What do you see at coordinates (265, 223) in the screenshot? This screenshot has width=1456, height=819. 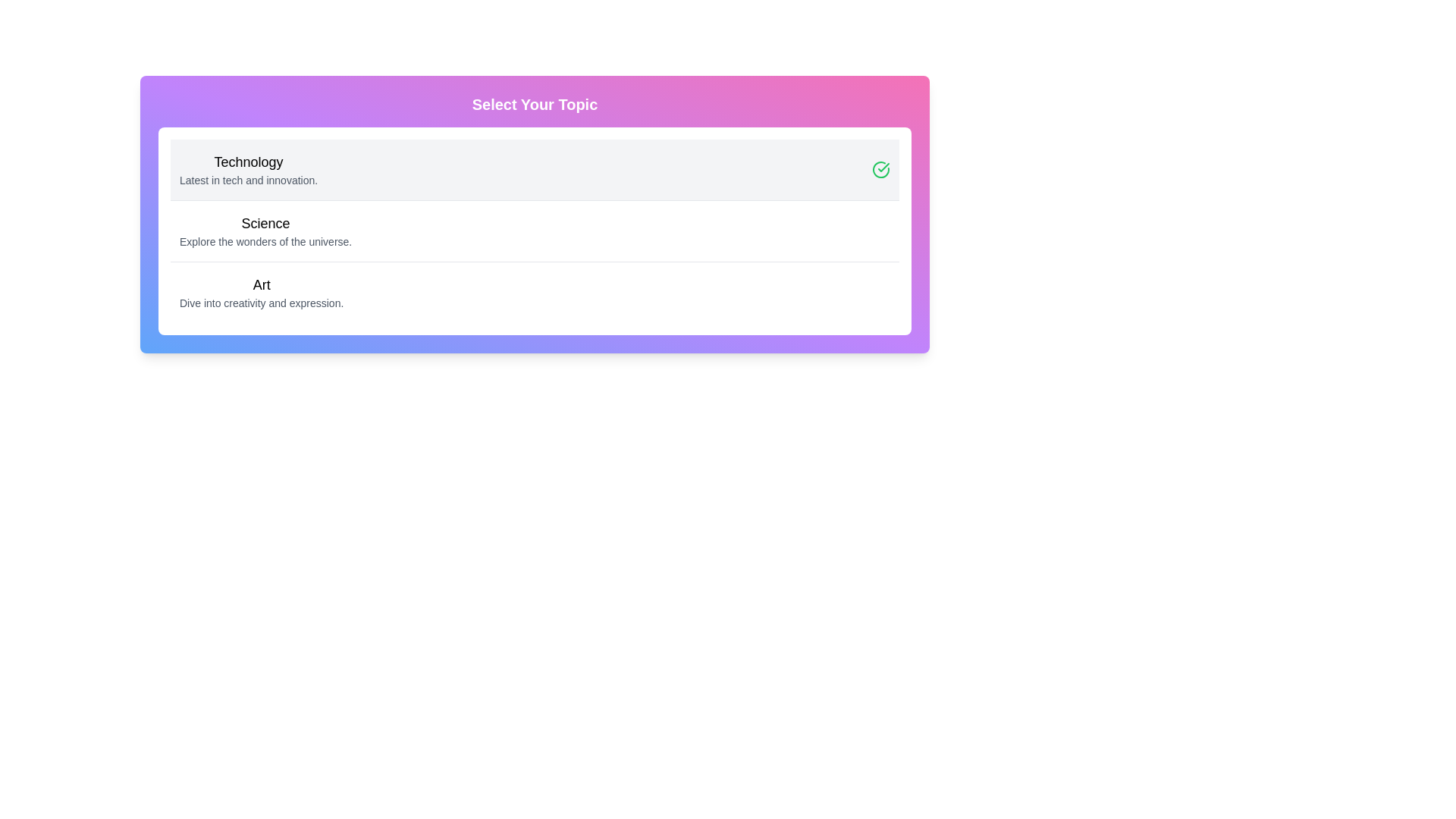 I see `the 'Science' header element, which is styled in a larger bold font and positioned as the second section header in a list` at bounding box center [265, 223].